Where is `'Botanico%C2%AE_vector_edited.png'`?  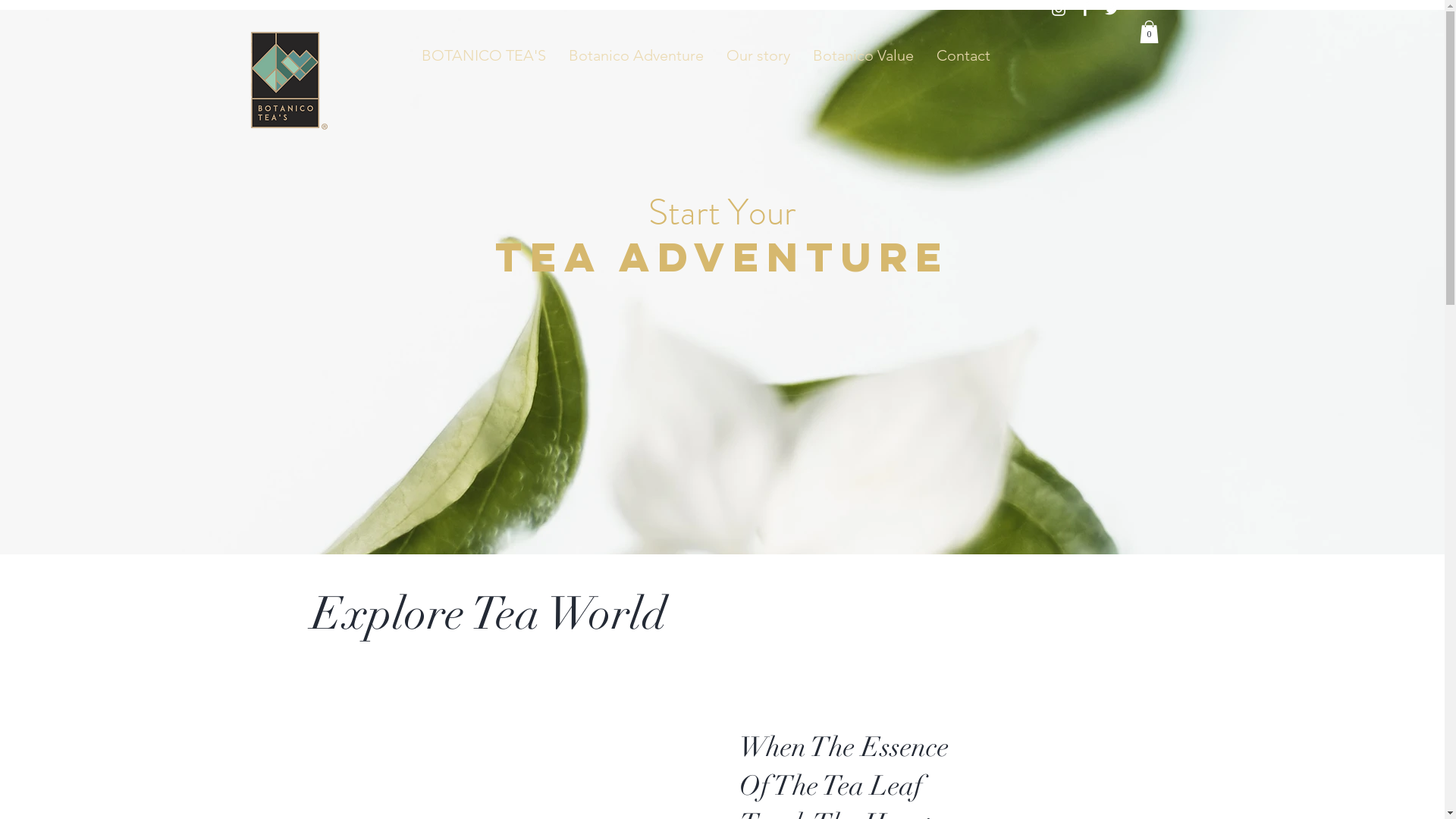 'Botanico%C2%AE_vector_edited.png' is located at coordinates (278, 87).